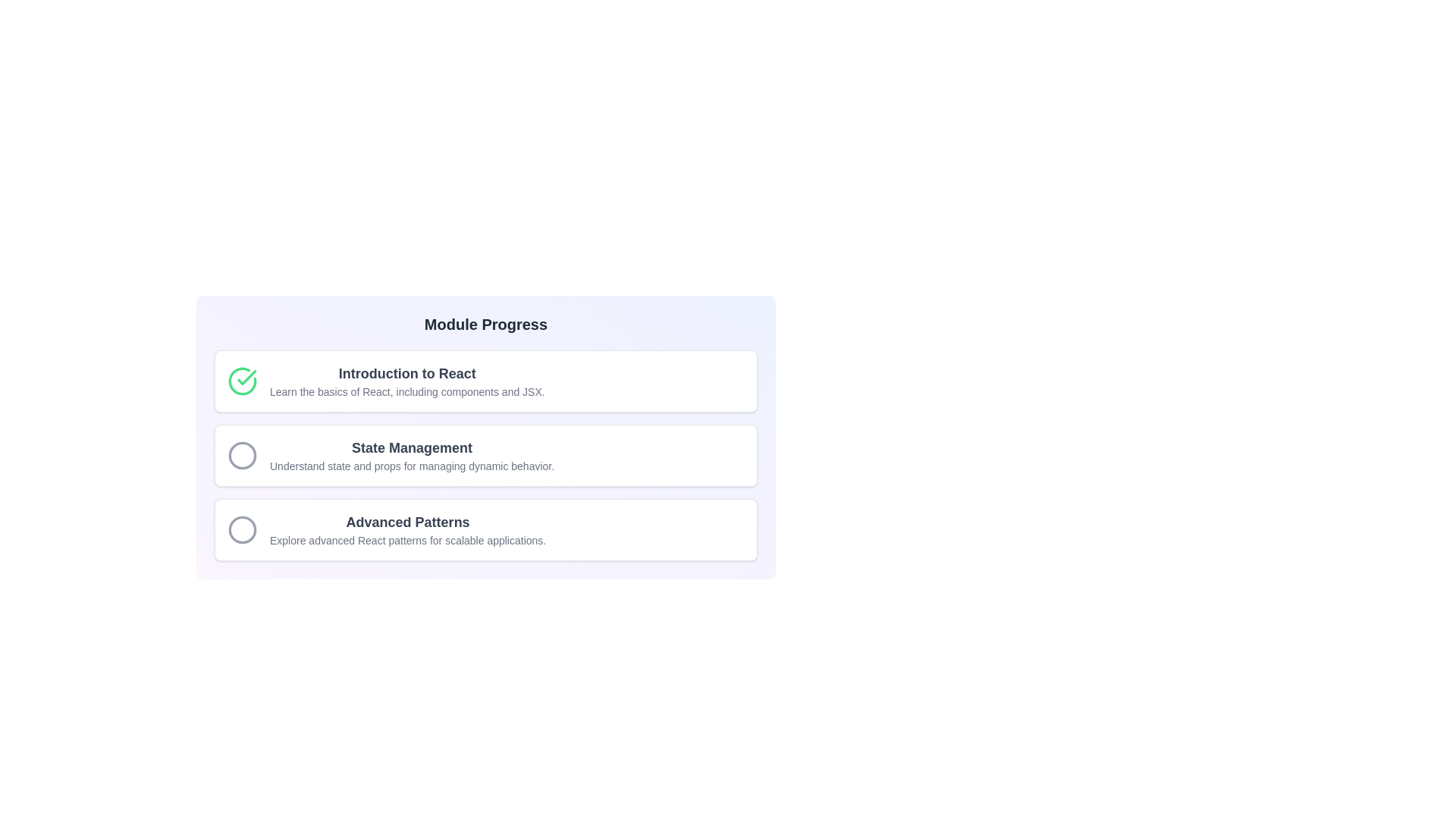 The image size is (1456, 819). What do you see at coordinates (243, 455) in the screenshot?
I see `the Circle Progress Indicator that indicates the current progress status of the 'State Management' module, which is the second indicator in the vertical list of progress items` at bounding box center [243, 455].